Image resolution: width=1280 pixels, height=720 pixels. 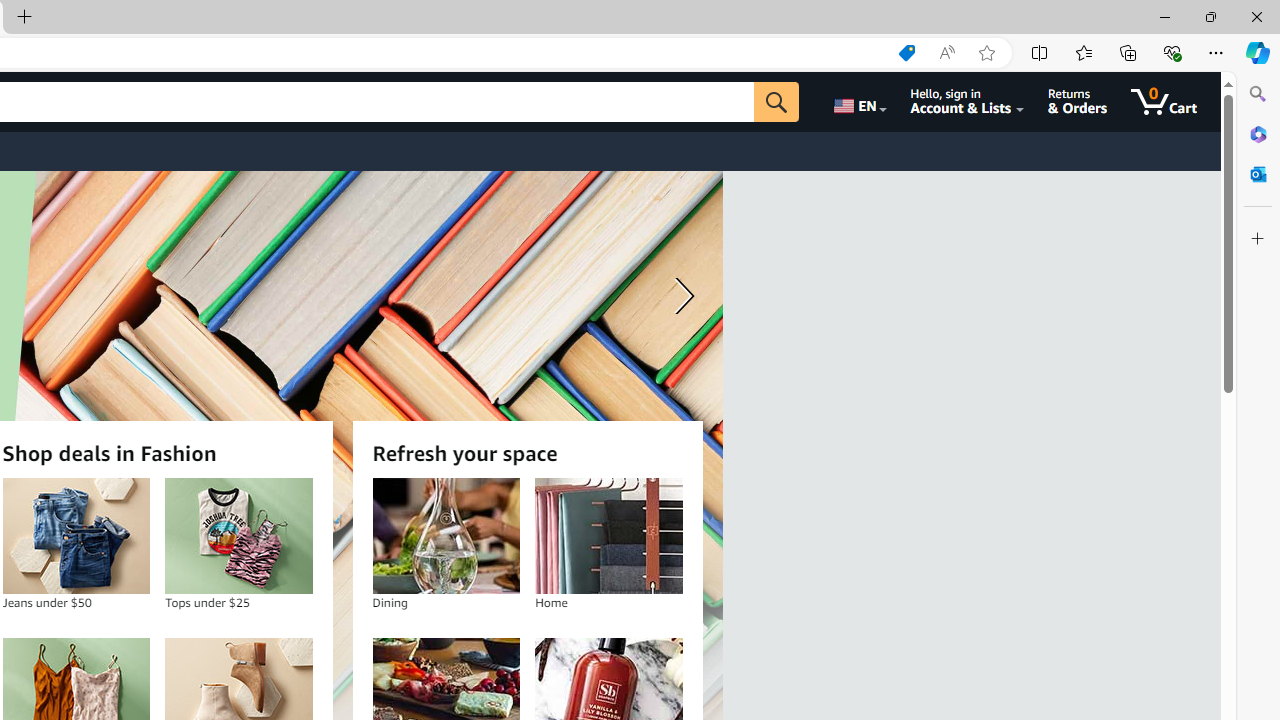 I want to click on 'Dining', so click(x=445, y=535).